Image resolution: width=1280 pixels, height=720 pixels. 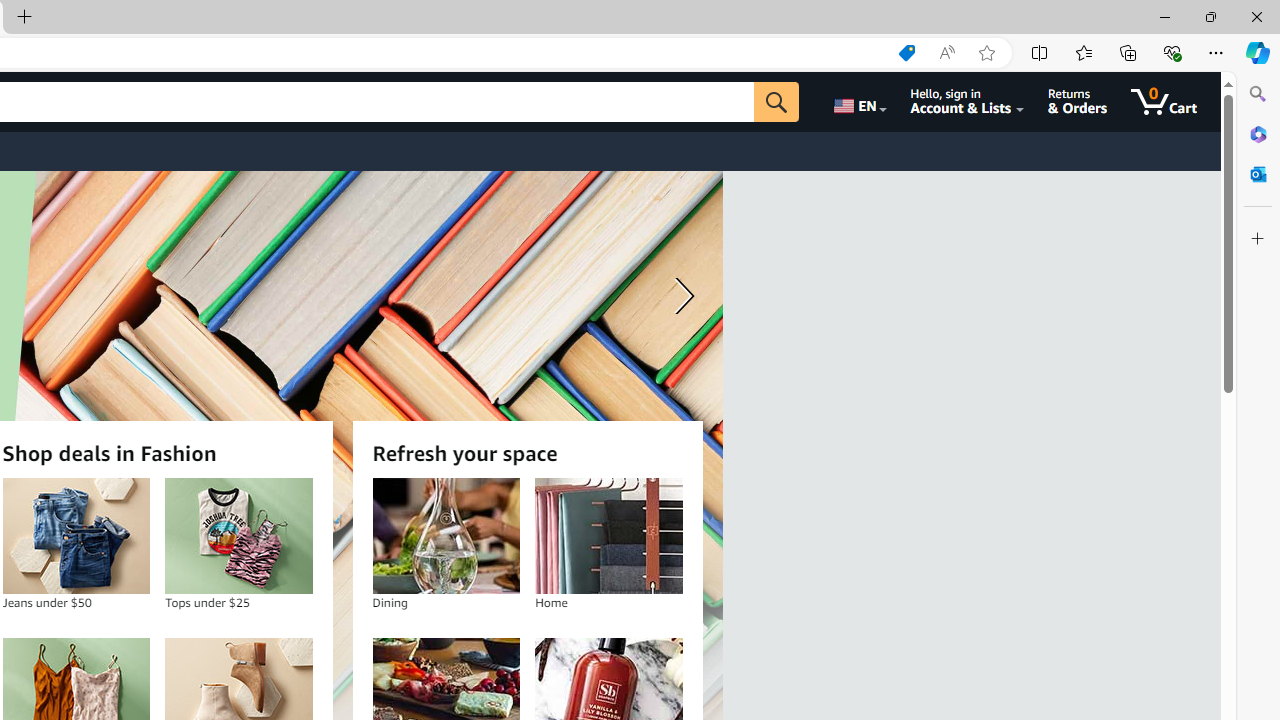 I want to click on 'Dining', so click(x=445, y=535).